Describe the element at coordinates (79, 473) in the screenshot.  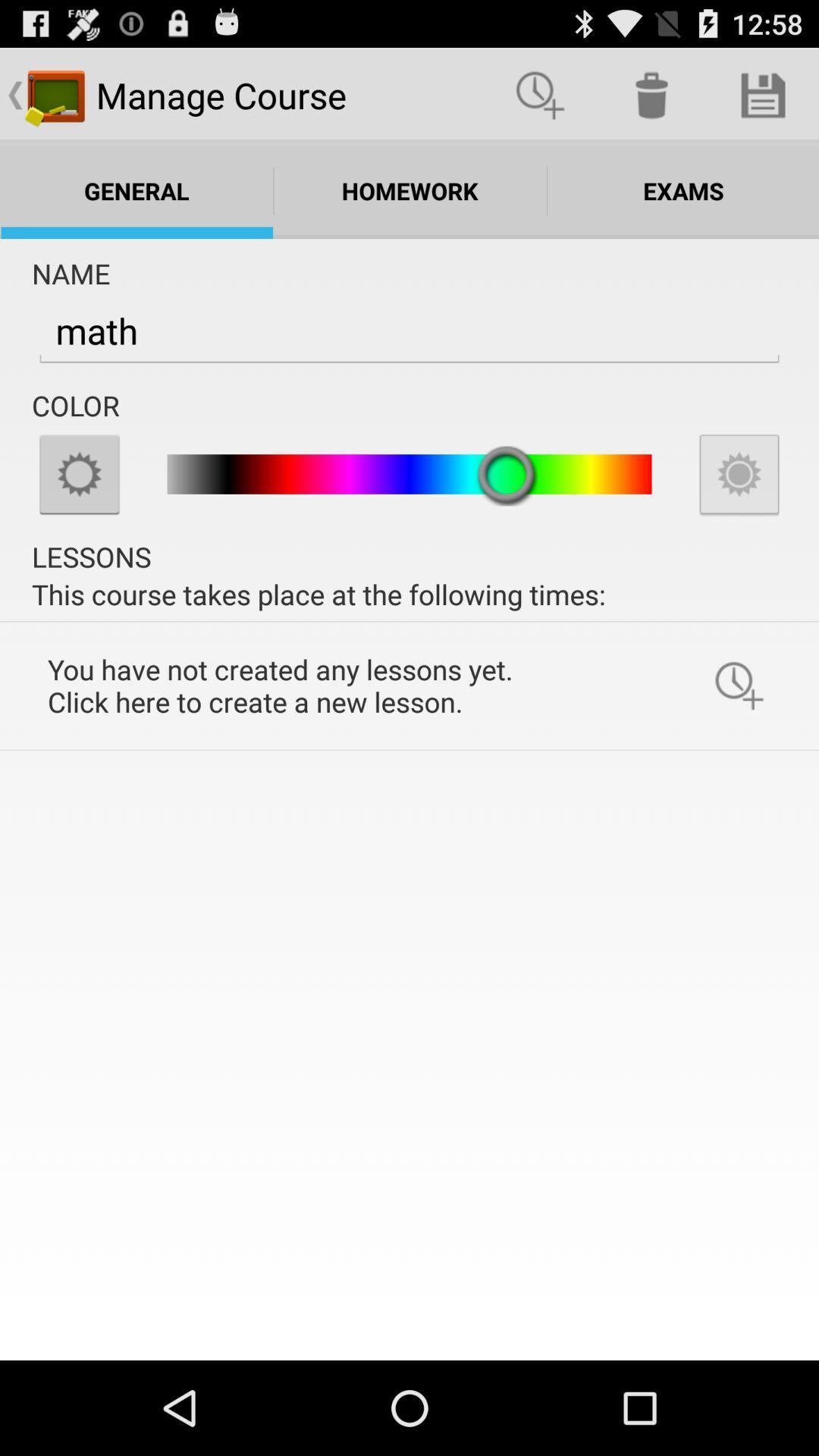
I see `its a sun icon thats flashini yellow` at that location.